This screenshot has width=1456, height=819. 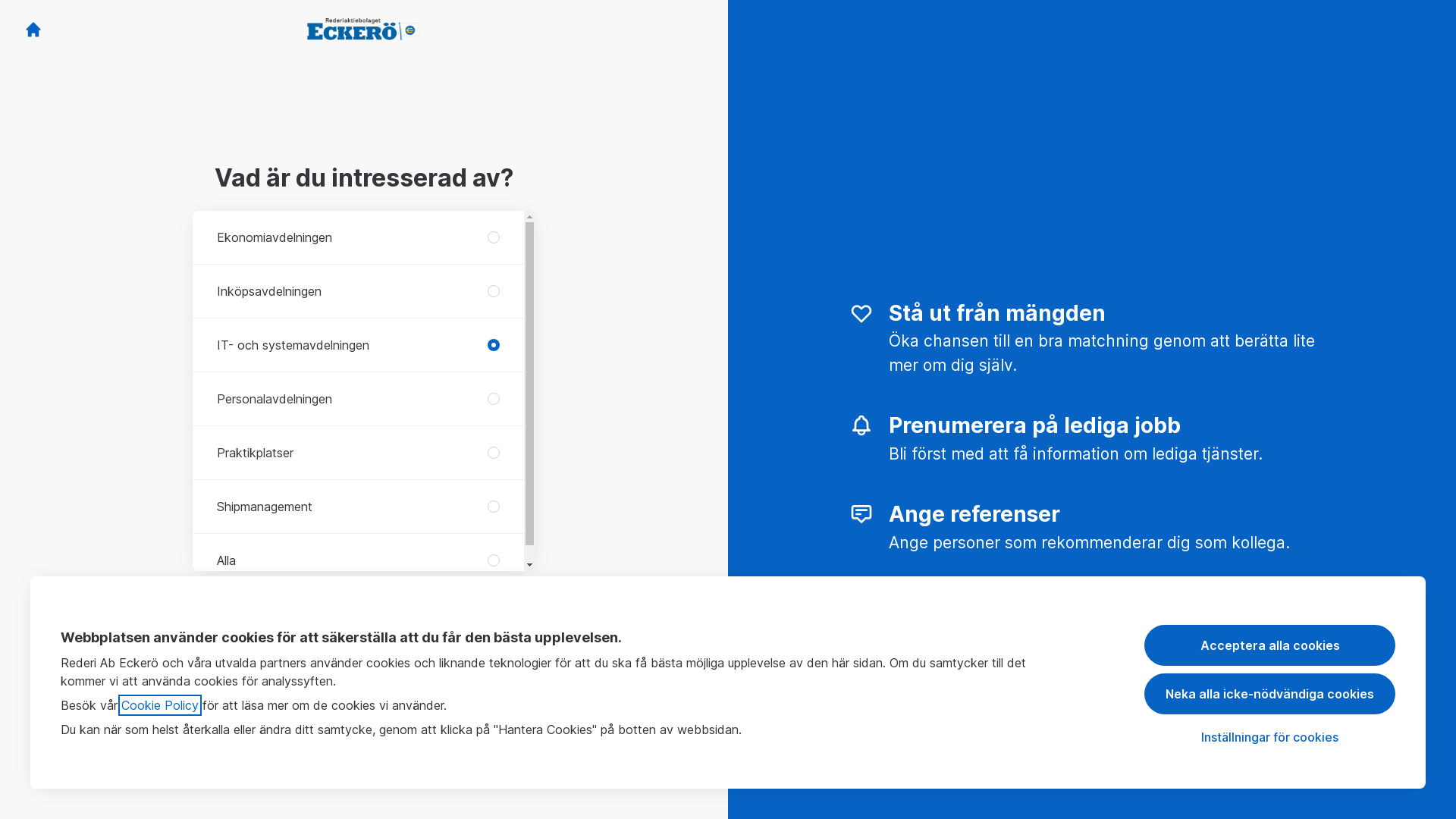 What do you see at coordinates (160, 704) in the screenshot?
I see `'Cookie Policy'` at bounding box center [160, 704].